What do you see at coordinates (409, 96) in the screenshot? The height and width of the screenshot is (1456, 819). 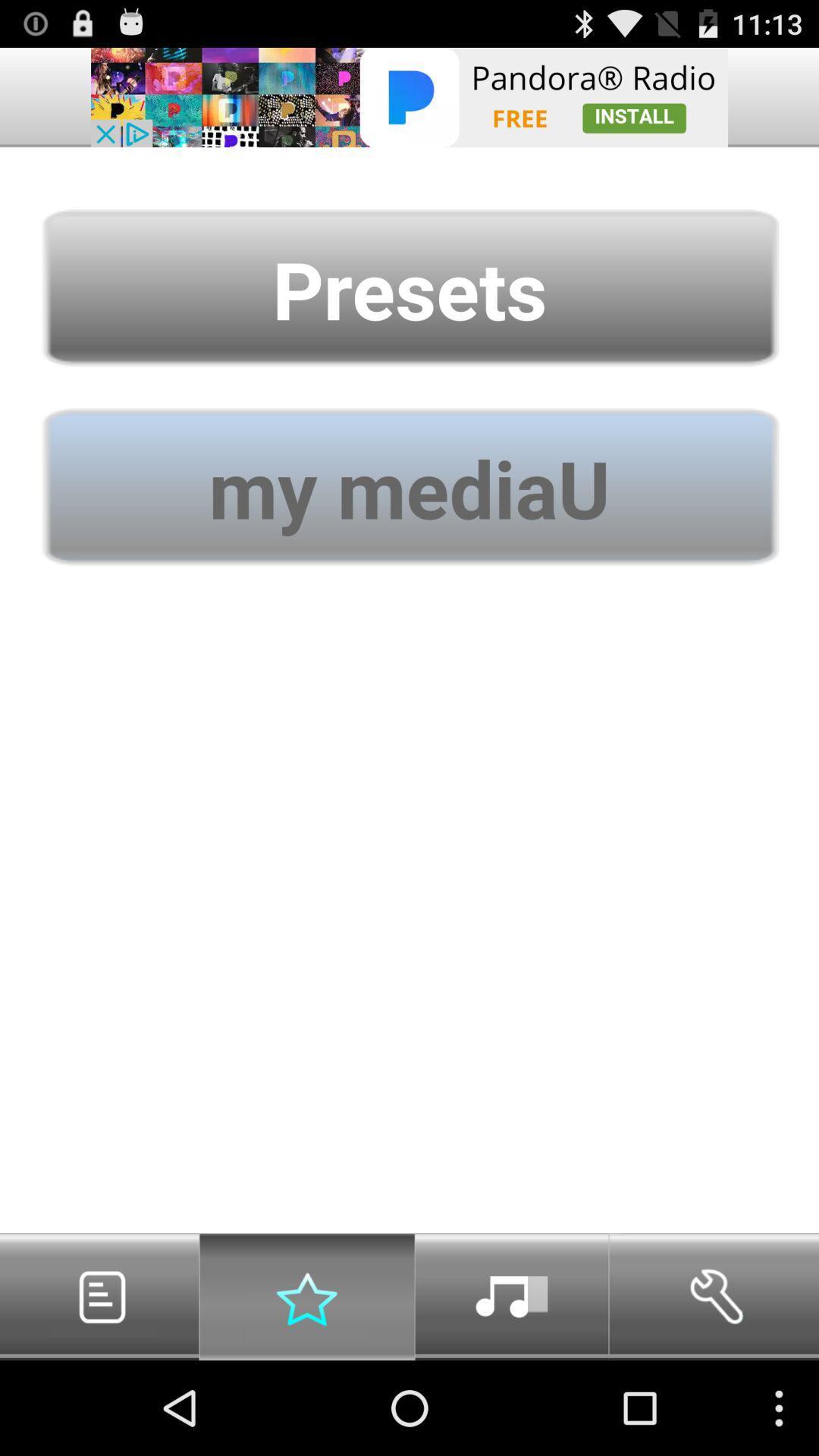 I see `open link to install pandora` at bounding box center [409, 96].